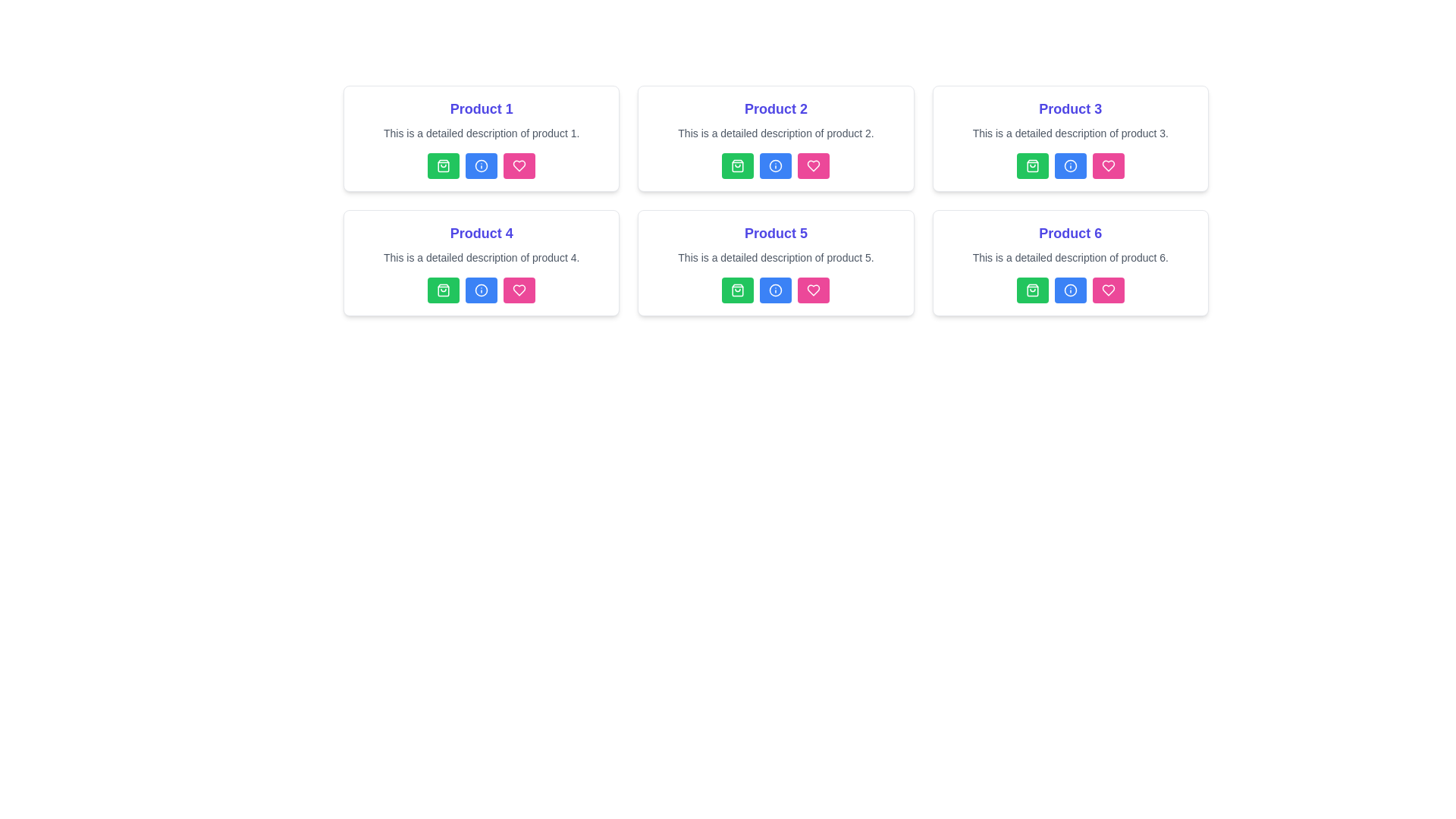  I want to click on the static text label providing details about 'Product 3', located centrally below the title 'Product 3' in the top-right panel, so click(1069, 133).